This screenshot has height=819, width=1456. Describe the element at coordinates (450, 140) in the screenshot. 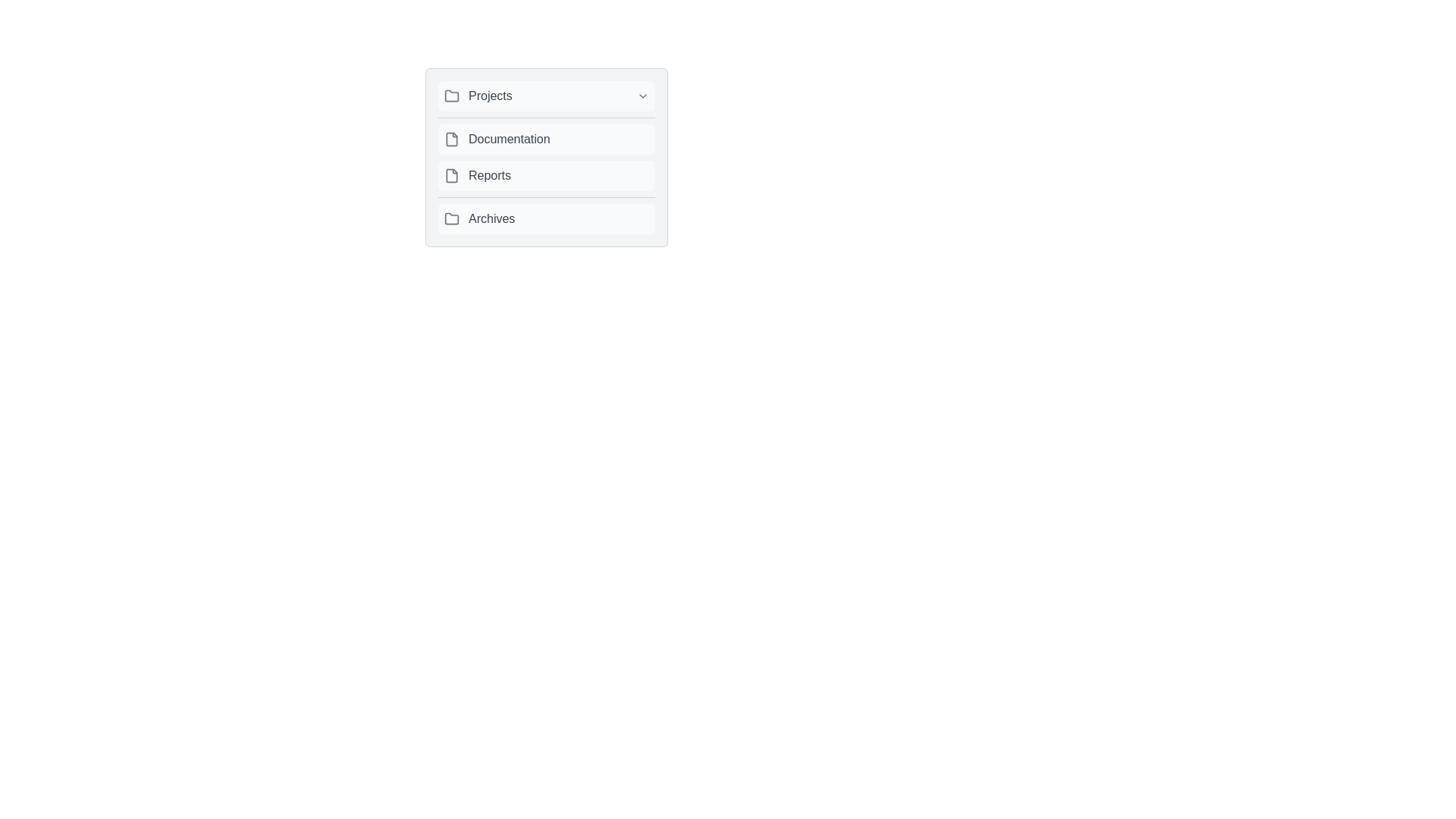

I see `the SVG-based icon representing 'Documentation' located at the top-left corner of the second list item` at that location.